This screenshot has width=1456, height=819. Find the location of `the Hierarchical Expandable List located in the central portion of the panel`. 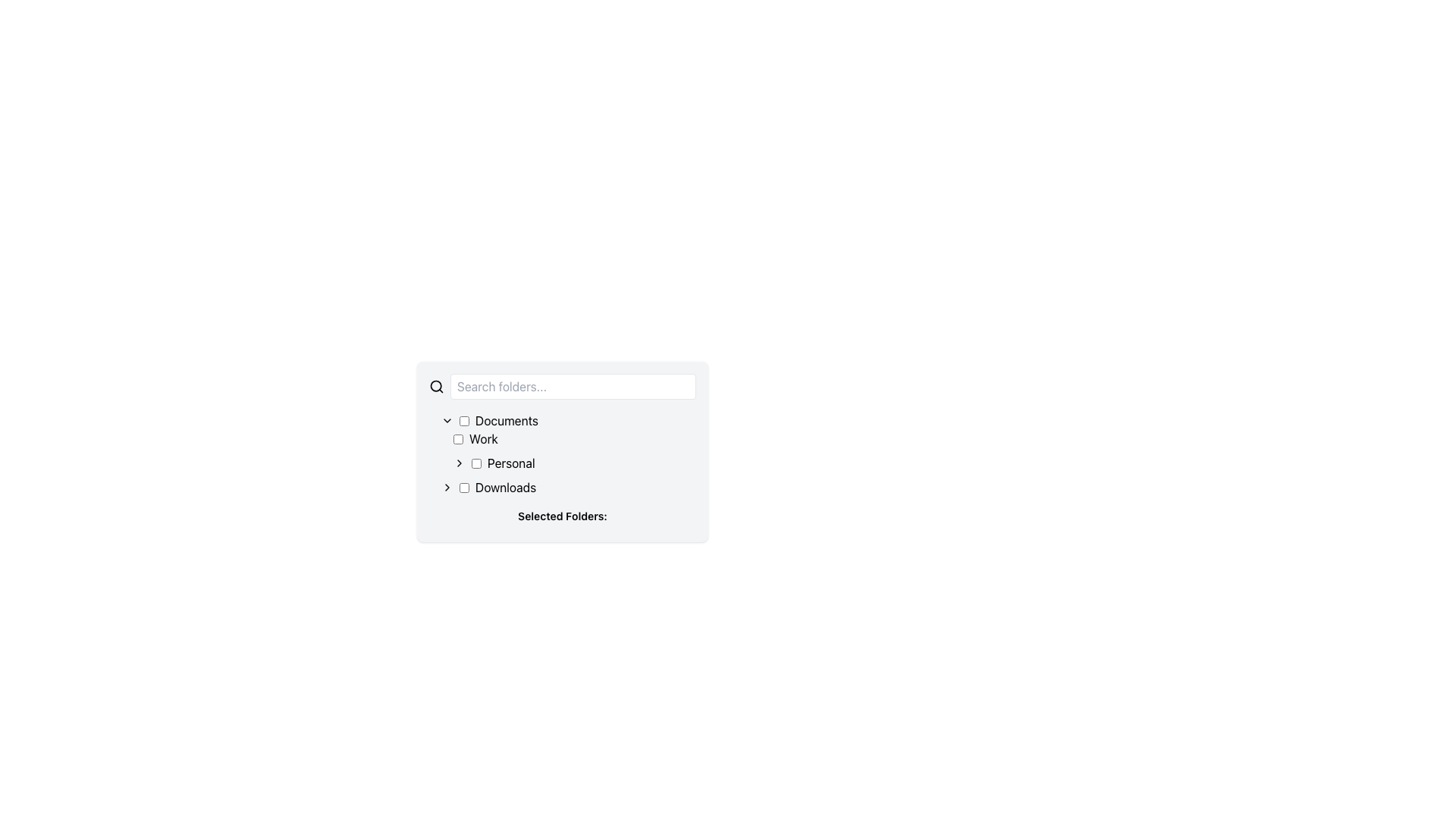

the Hierarchical Expandable List located in the central portion of the panel is located at coordinates (562, 453).